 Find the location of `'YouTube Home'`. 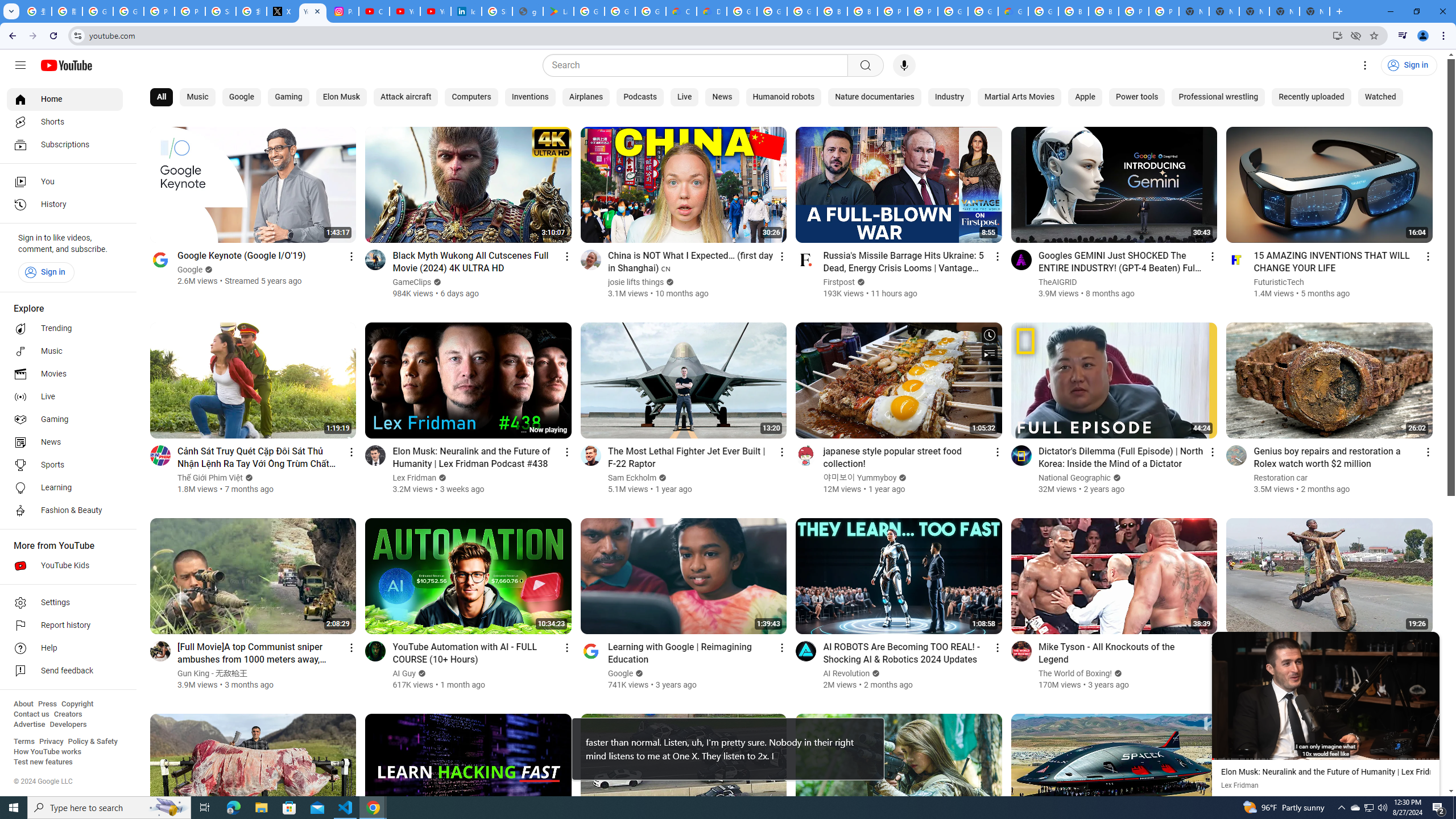

'YouTube Home' is located at coordinates (65, 65).